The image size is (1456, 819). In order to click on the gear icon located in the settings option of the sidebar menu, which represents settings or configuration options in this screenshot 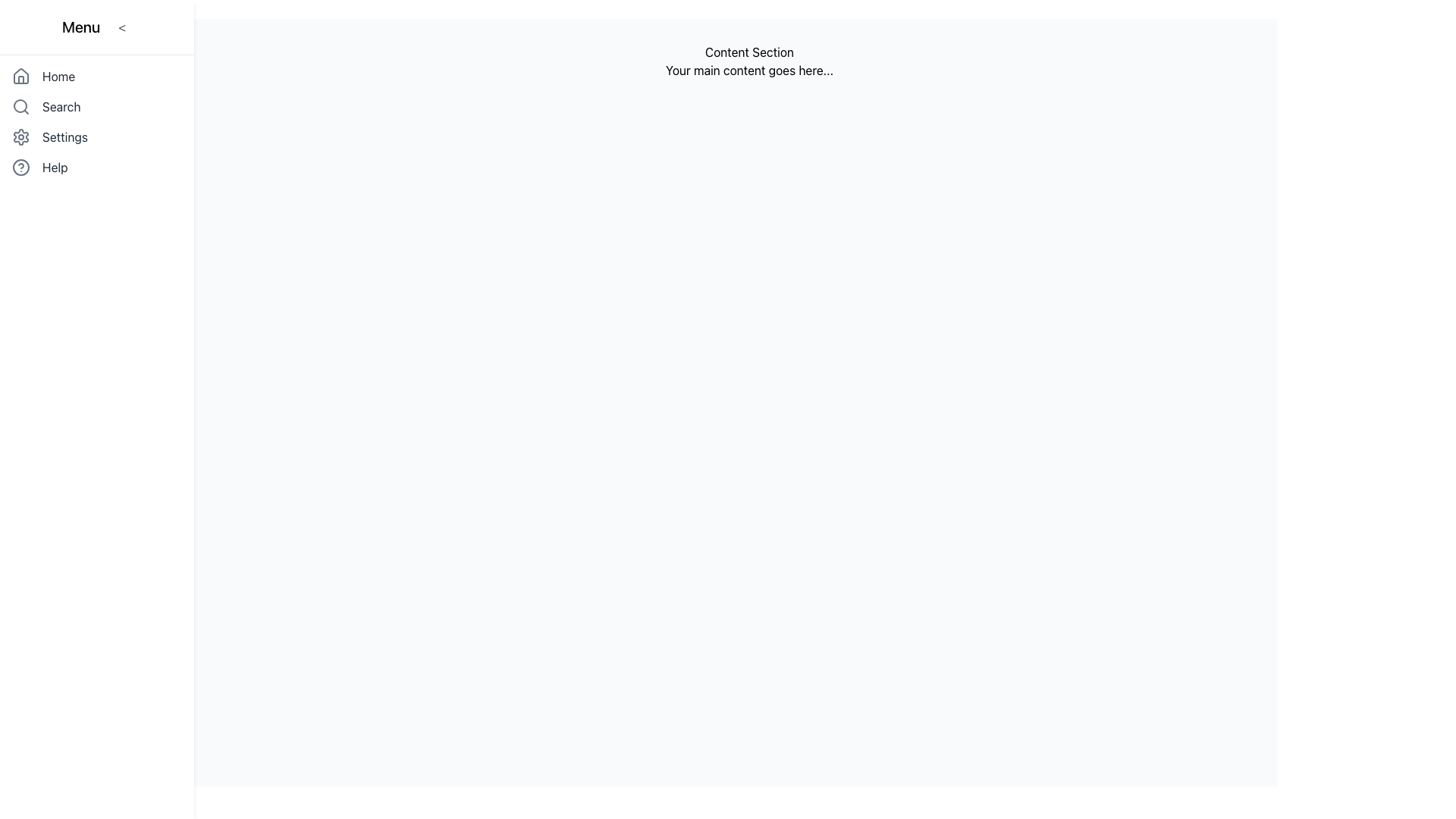, I will do `click(21, 137)`.